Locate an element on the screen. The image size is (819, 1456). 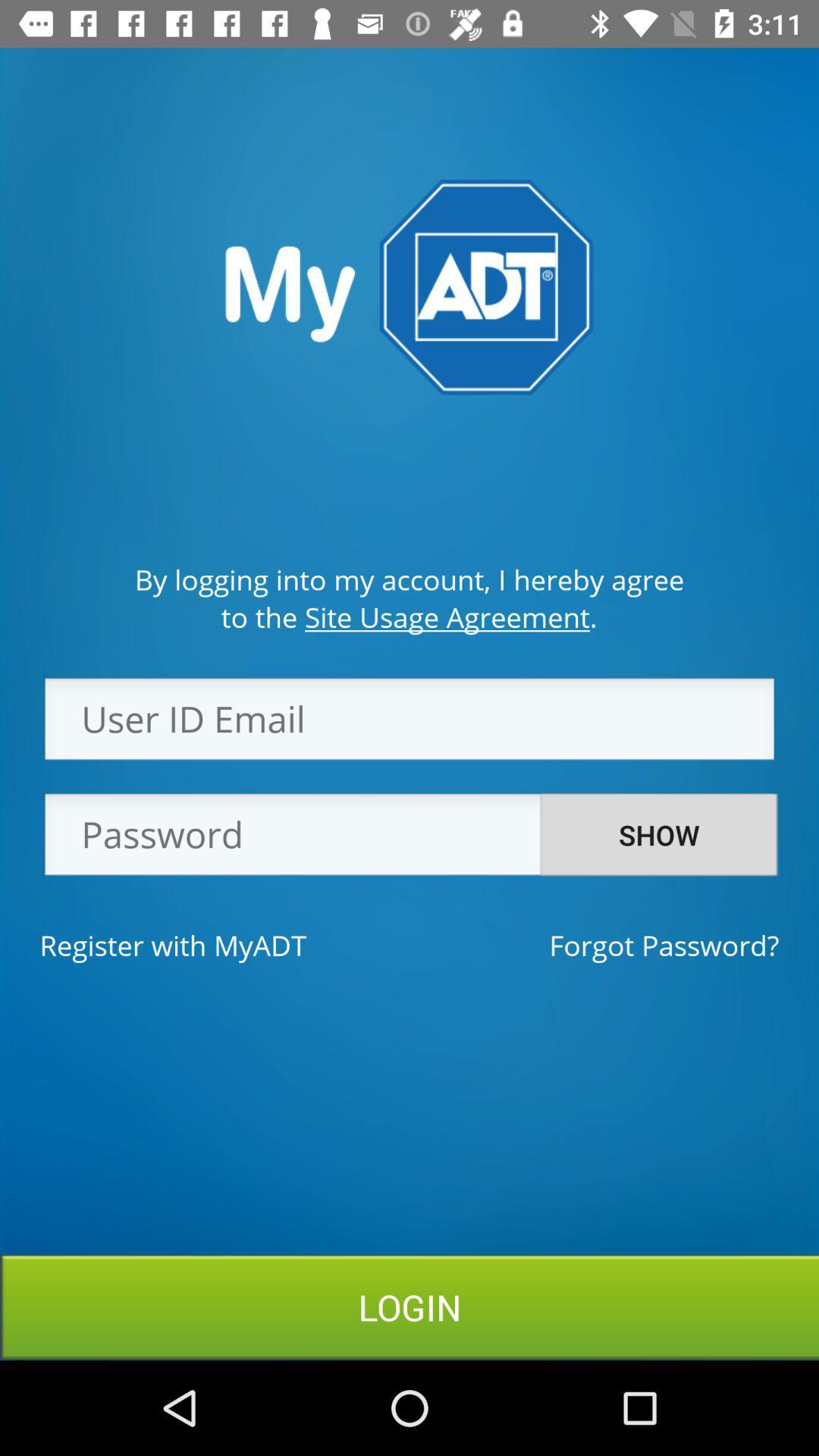
the by logging into item is located at coordinates (409, 579).